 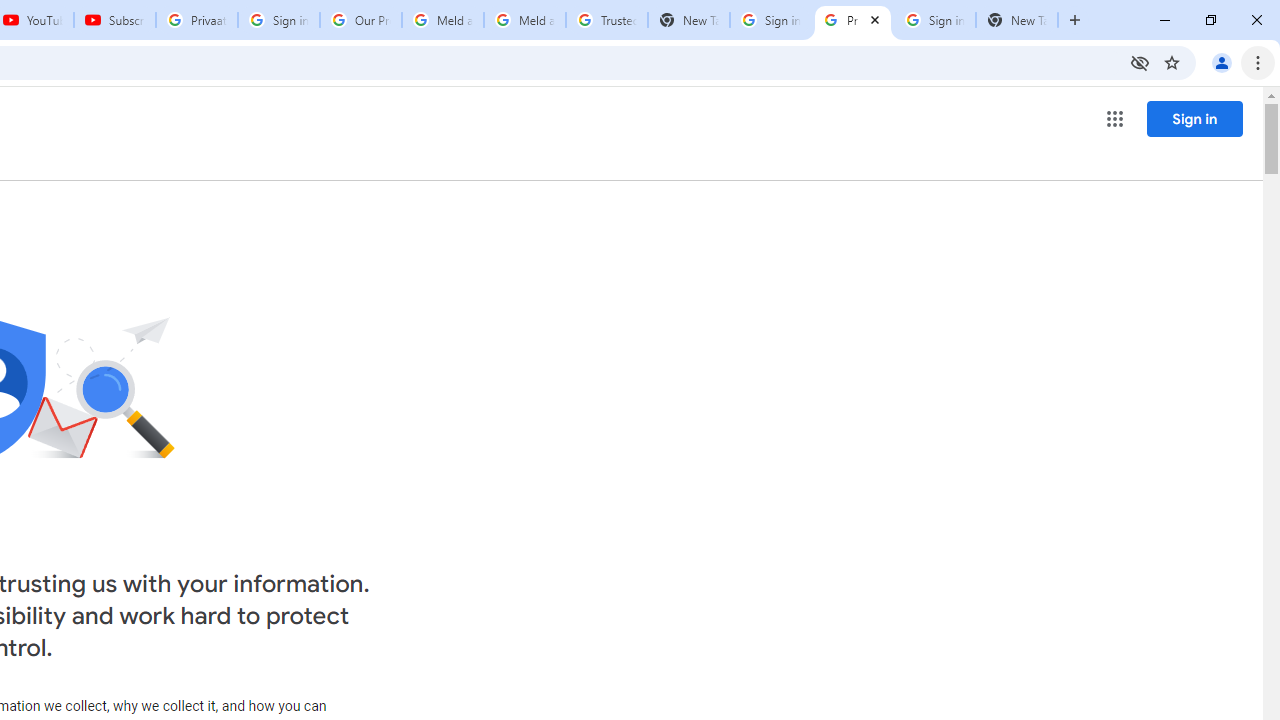 What do you see at coordinates (605, 20) in the screenshot?
I see `'Trusted Information and Content - Google Safety Center'` at bounding box center [605, 20].